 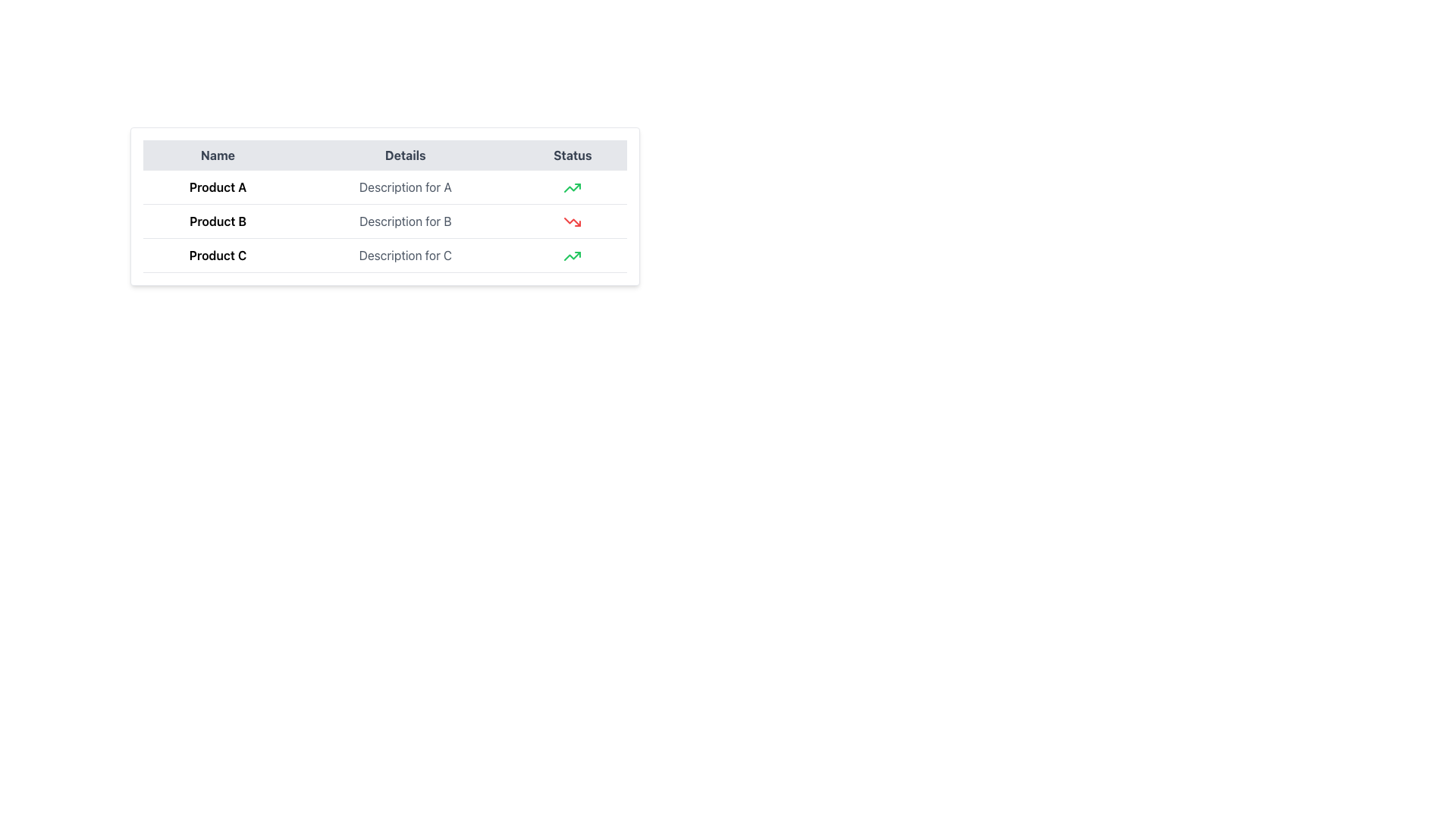 What do you see at coordinates (405, 254) in the screenshot?
I see `the descriptive label for 'Product C' located in the second column of the third row under the header 'Details'` at bounding box center [405, 254].